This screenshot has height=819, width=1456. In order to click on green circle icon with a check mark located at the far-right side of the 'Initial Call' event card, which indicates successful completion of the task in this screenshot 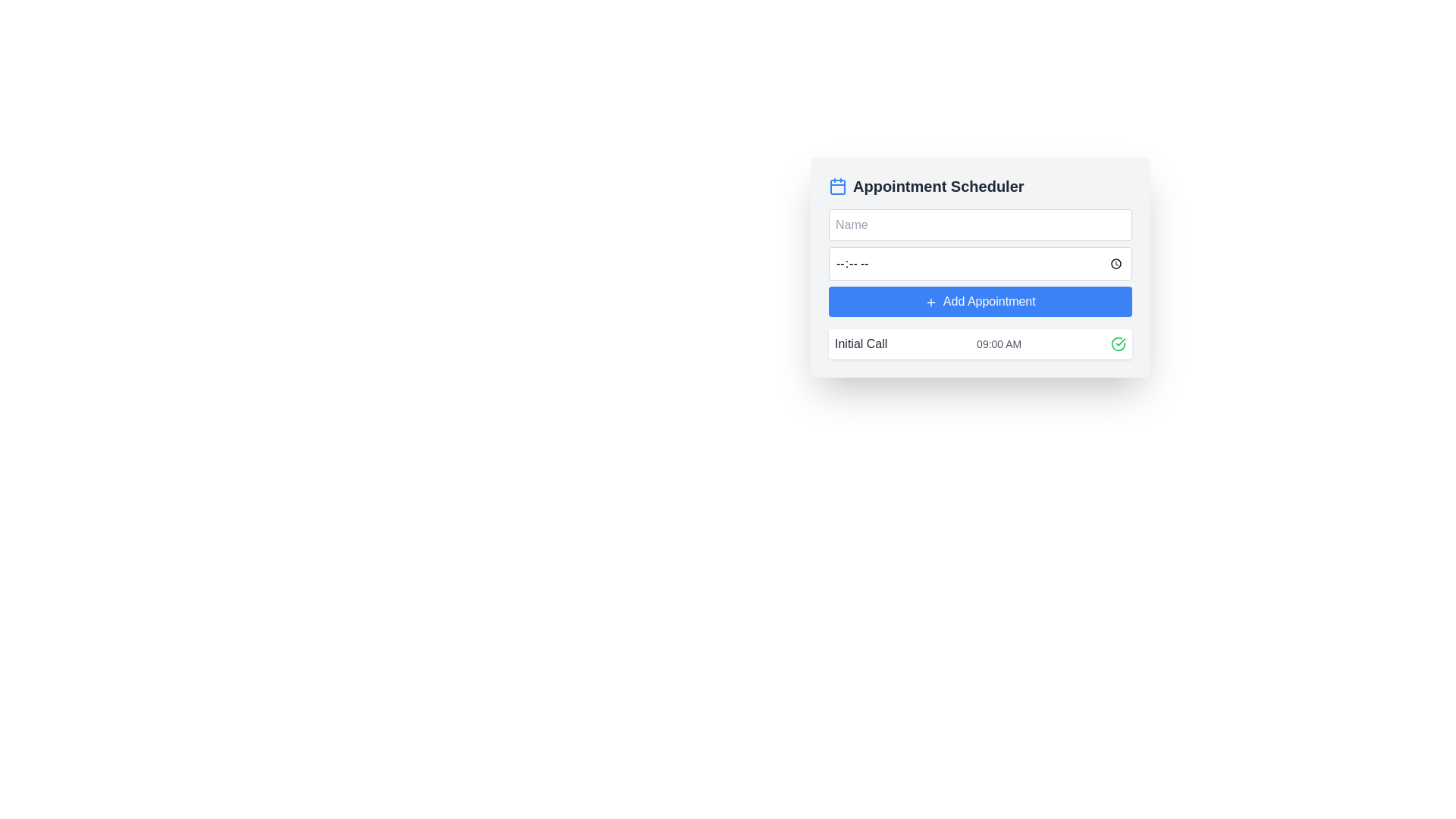, I will do `click(1118, 344)`.